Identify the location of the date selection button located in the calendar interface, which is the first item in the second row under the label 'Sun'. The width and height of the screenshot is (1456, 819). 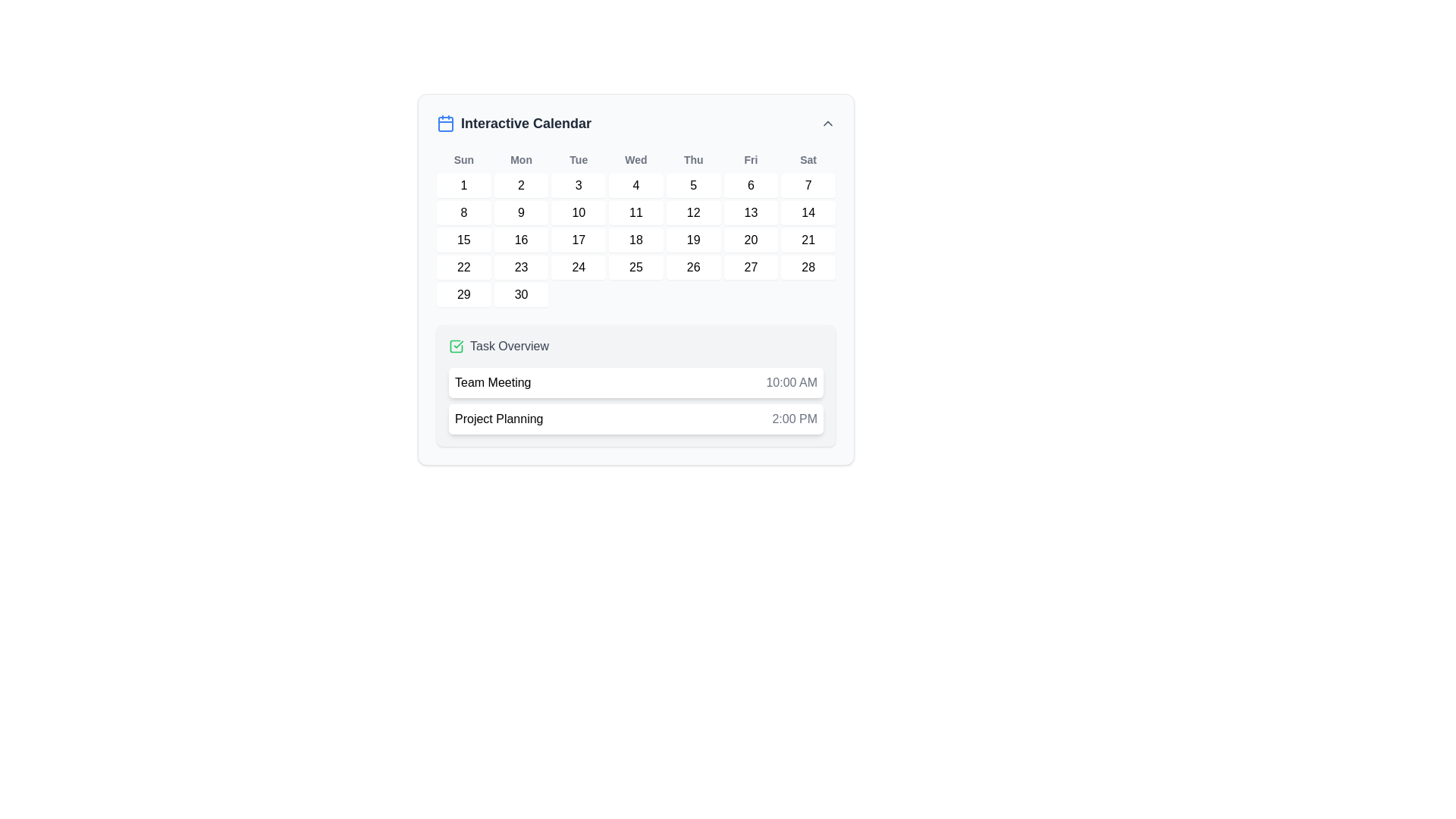
(463, 213).